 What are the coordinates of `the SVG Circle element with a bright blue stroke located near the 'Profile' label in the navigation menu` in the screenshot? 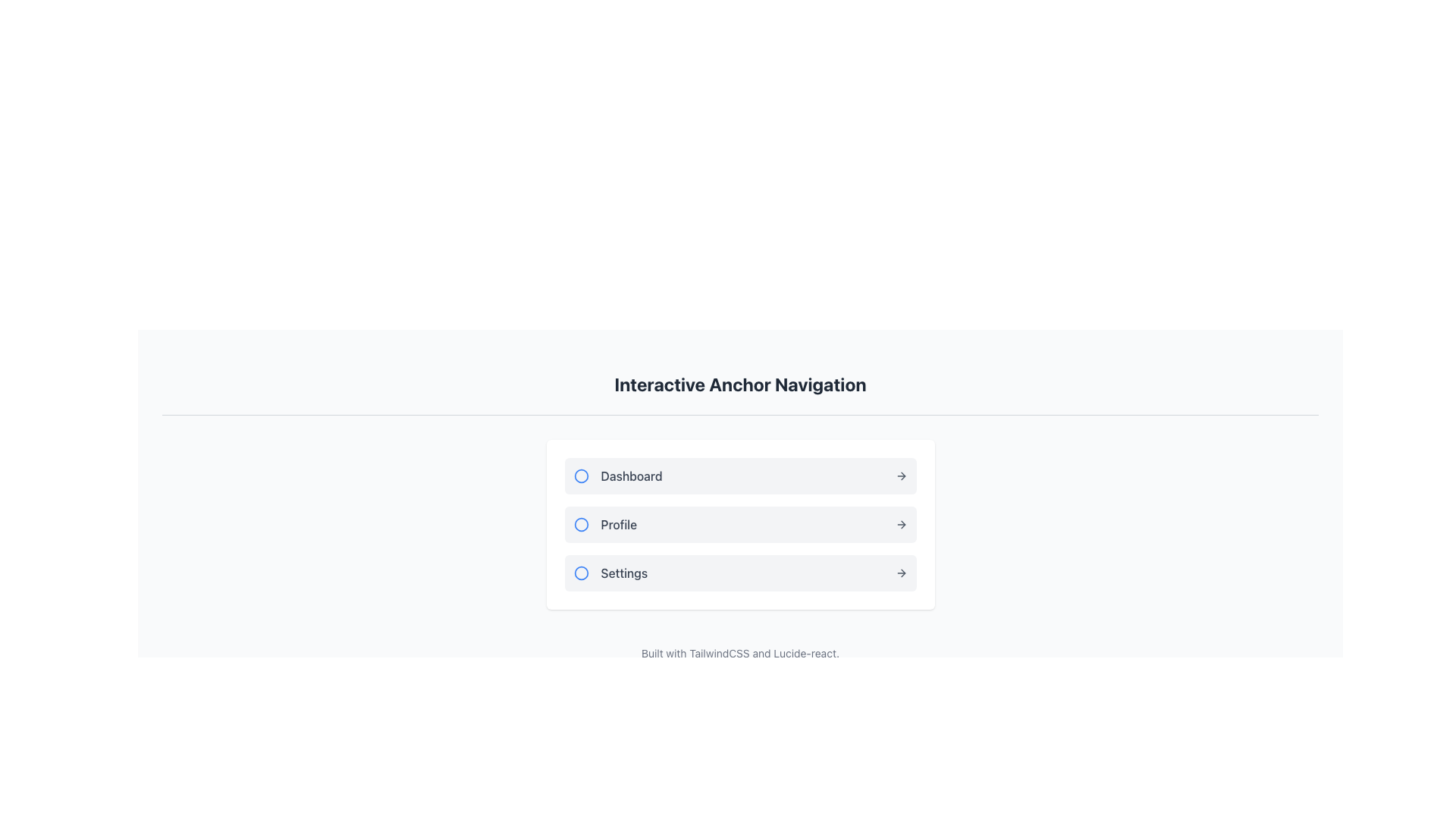 It's located at (580, 523).